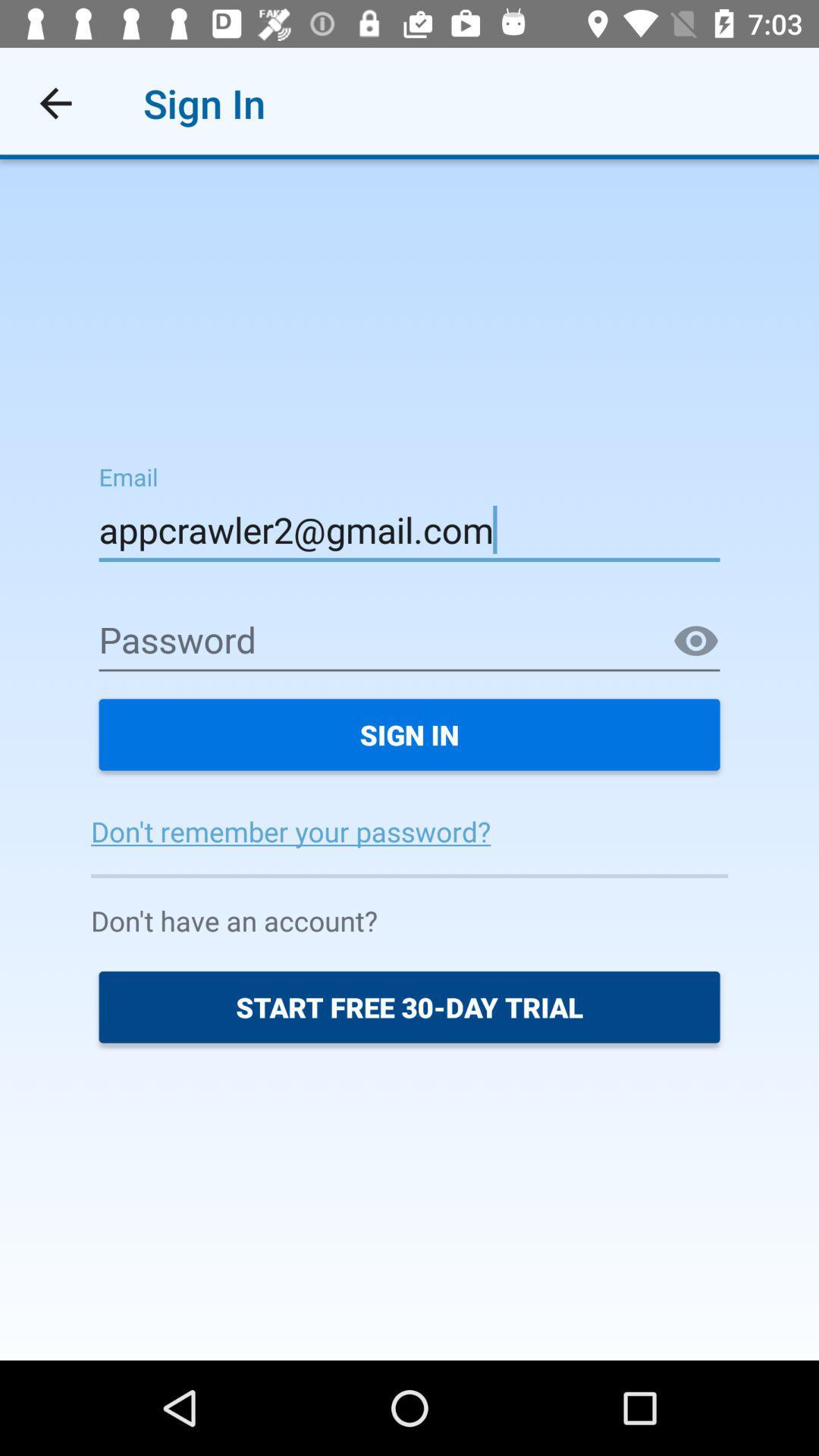  What do you see at coordinates (696, 642) in the screenshot?
I see `the visibility icon` at bounding box center [696, 642].